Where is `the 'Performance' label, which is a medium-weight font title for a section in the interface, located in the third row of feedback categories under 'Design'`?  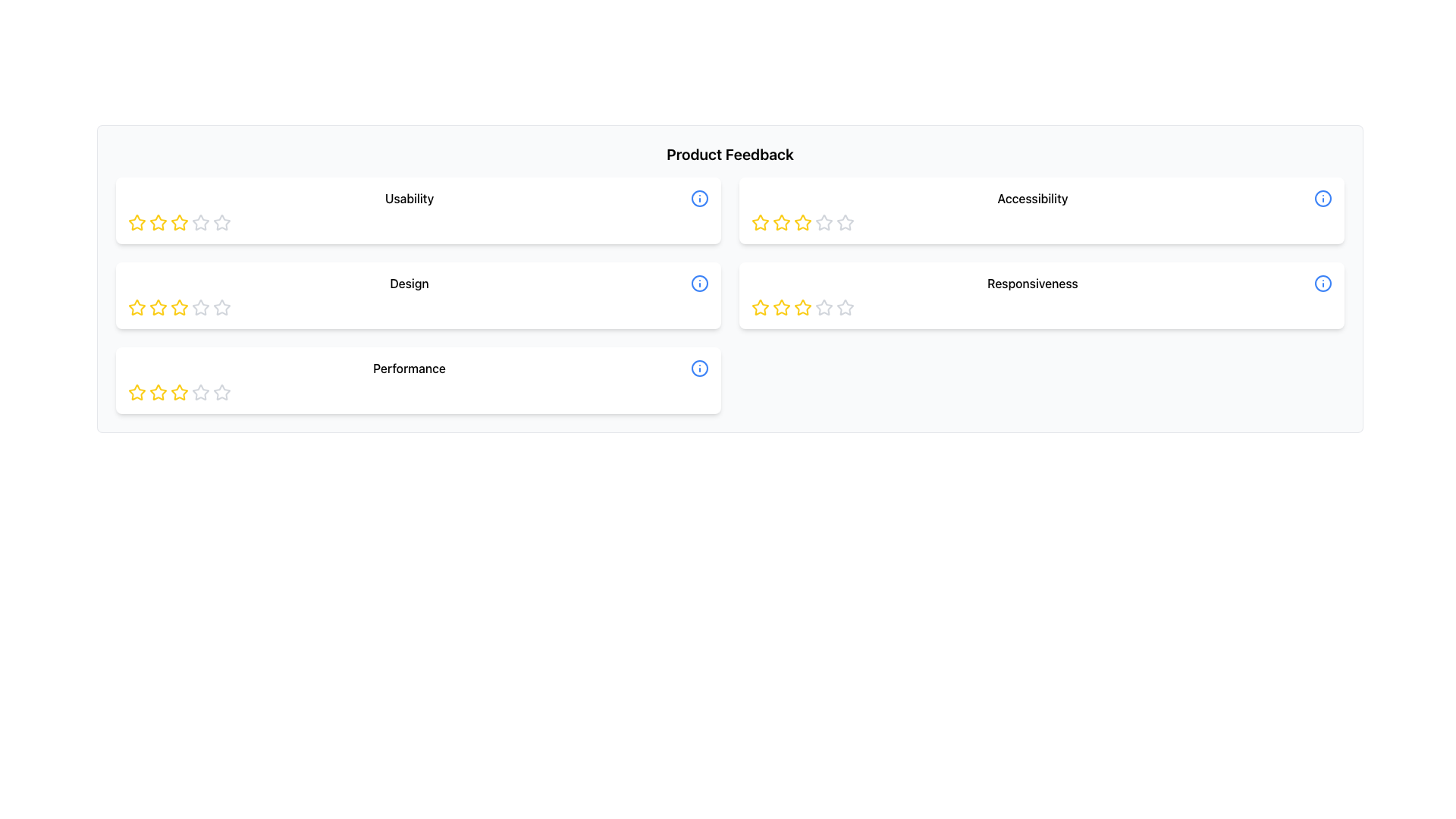 the 'Performance' label, which is a medium-weight font title for a section in the interface, located in the third row of feedback categories under 'Design' is located at coordinates (419, 369).